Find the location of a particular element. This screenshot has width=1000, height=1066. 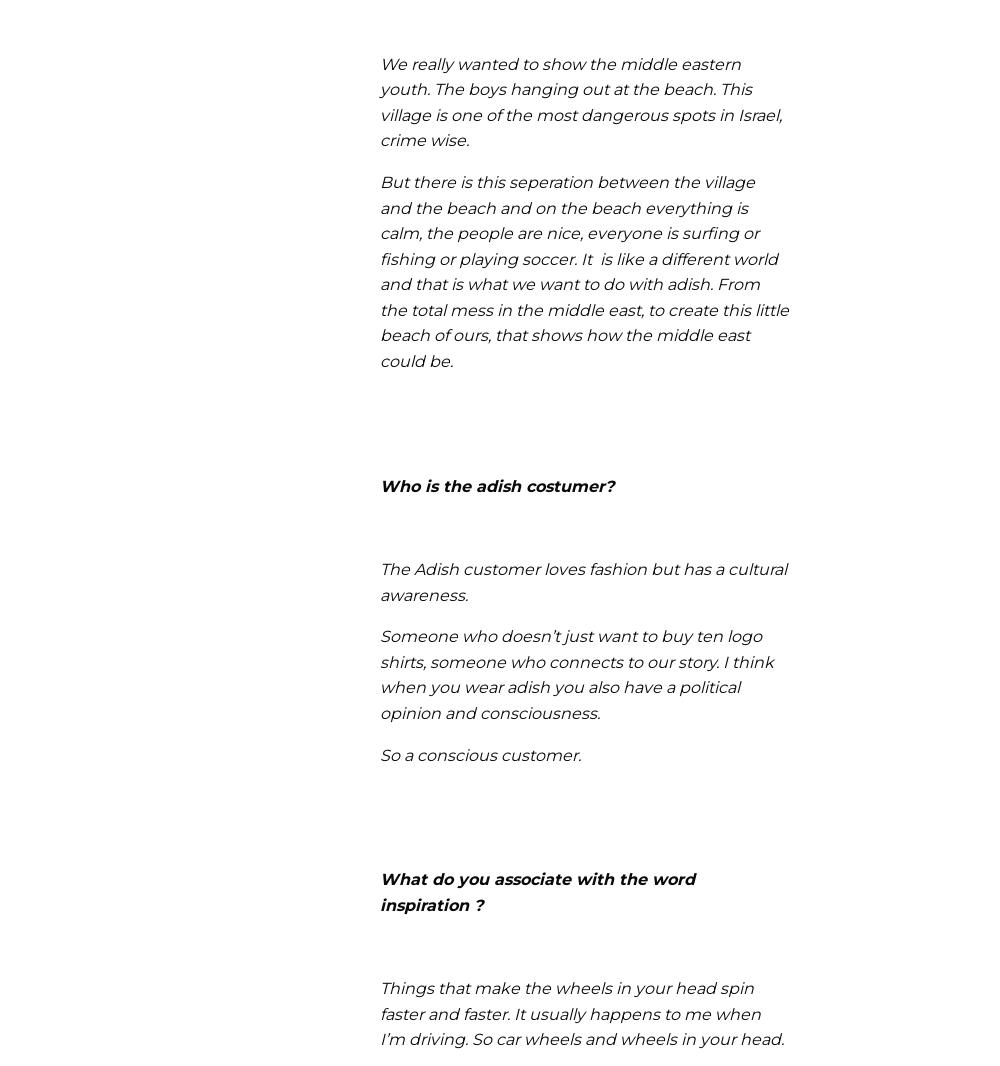

'Things that make the wheels in your head spin faster and faster.' is located at coordinates (566, 1000).